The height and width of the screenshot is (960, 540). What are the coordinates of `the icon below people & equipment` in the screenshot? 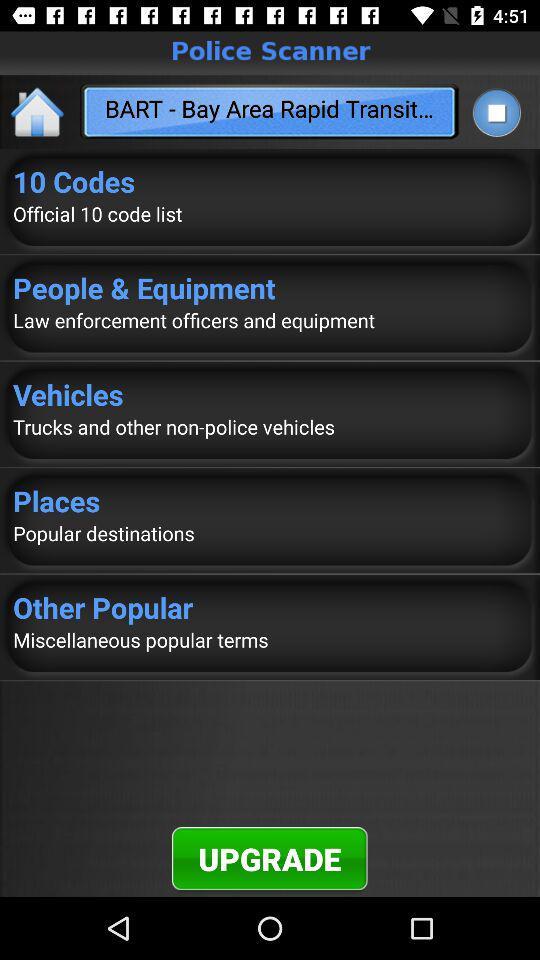 It's located at (270, 320).